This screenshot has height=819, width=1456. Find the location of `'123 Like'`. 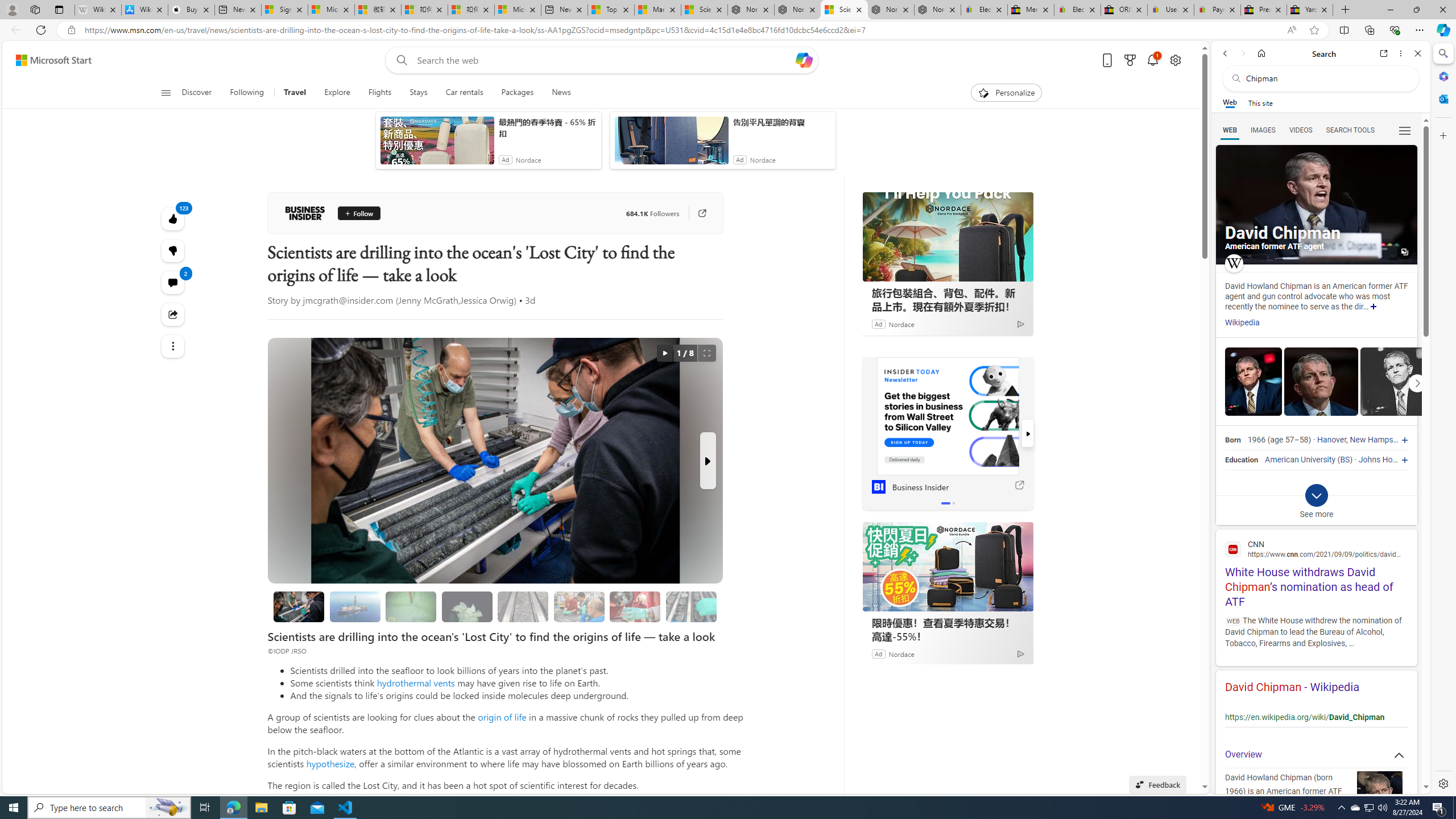

'123 Like' is located at coordinates (172, 218).